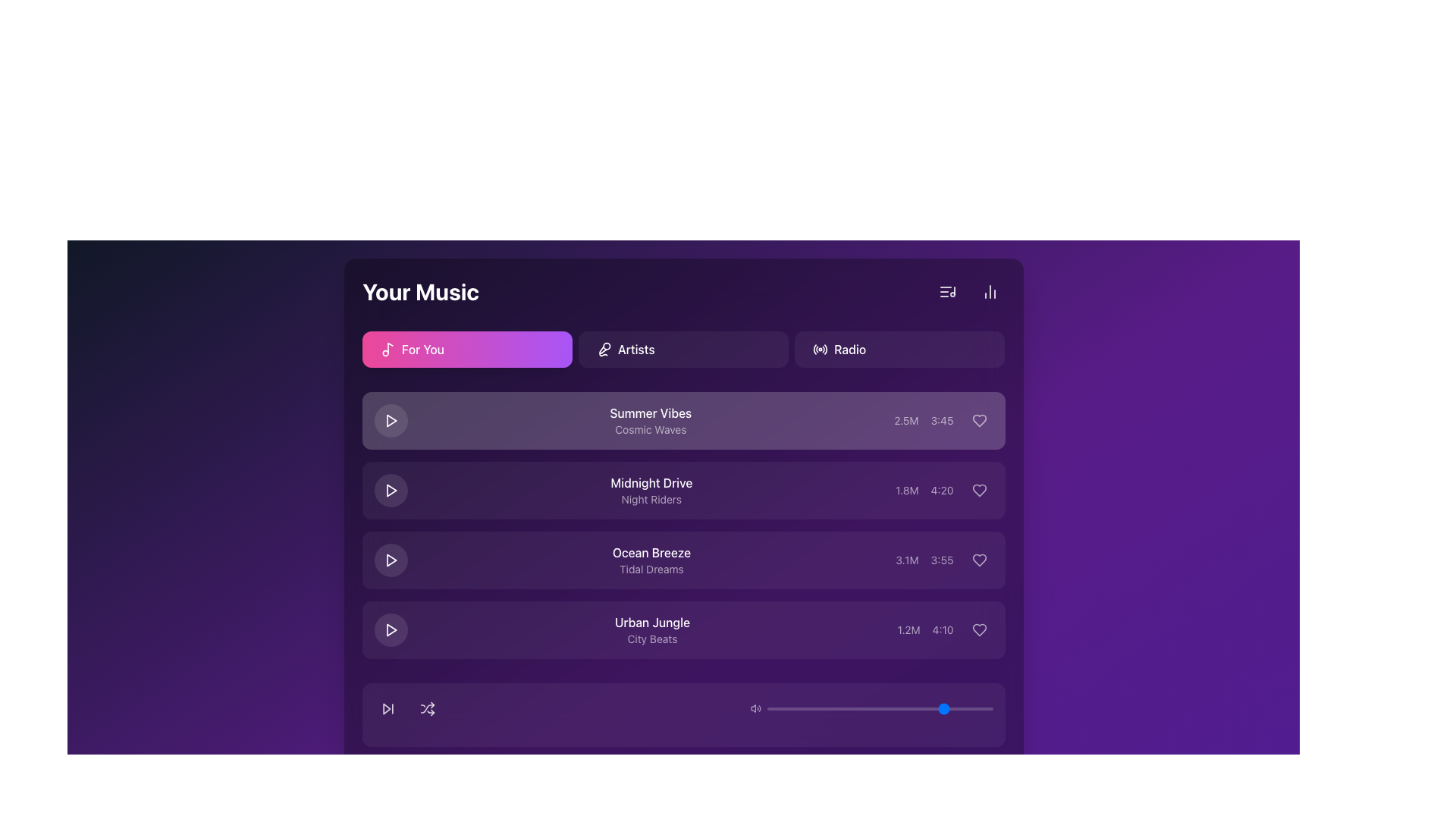 This screenshot has height=819, width=1456. Describe the element at coordinates (651, 560) in the screenshot. I see `the 'Ocean Breeze' text display element, which features a bold white title and a lighter grey subtitle` at that location.